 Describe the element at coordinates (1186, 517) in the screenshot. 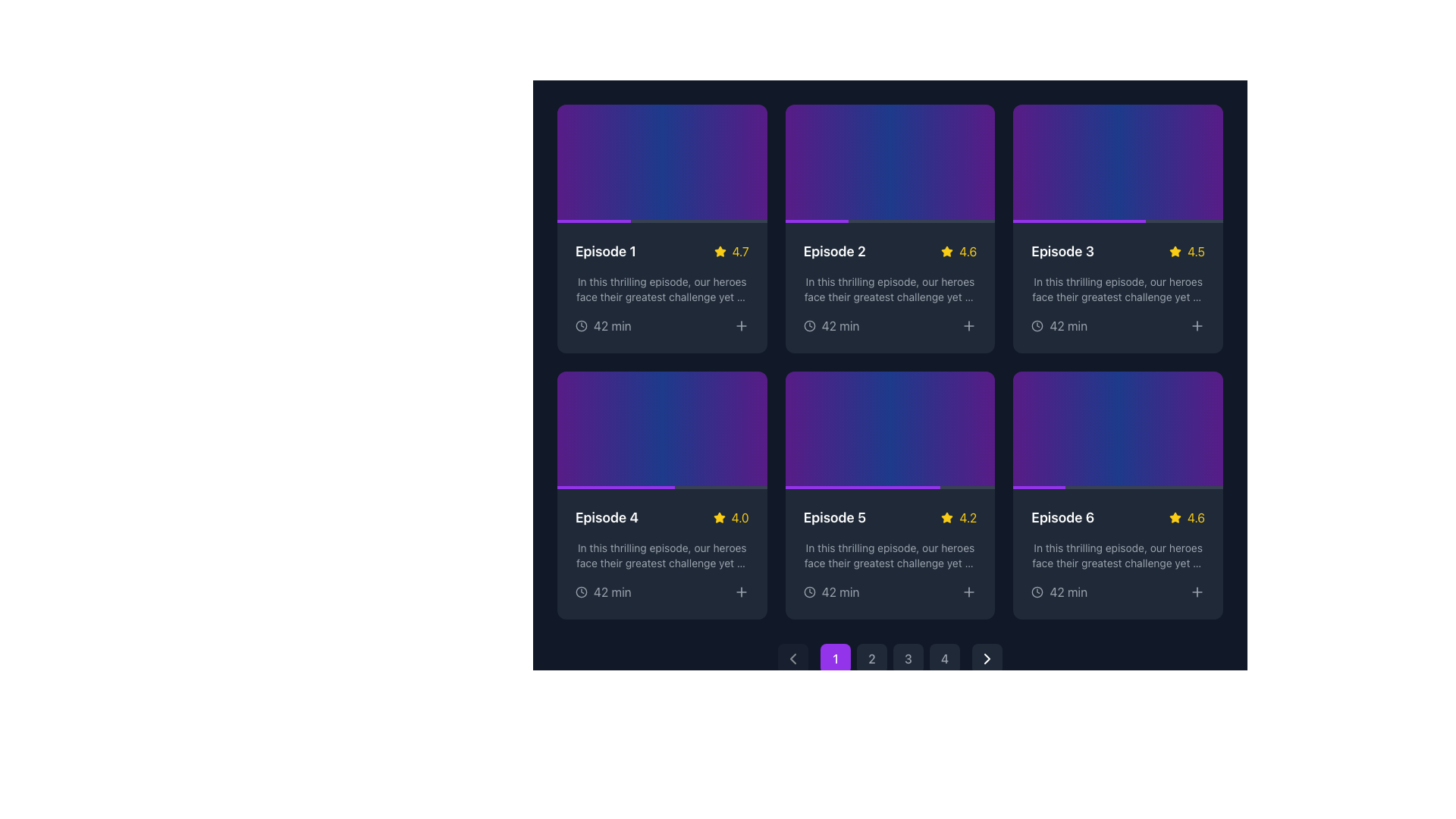

I see `the yellow numerical rating label displaying '4.6', located to the right of the yellow star icon in the bottom-right section of the 'Episode 6' card` at that location.